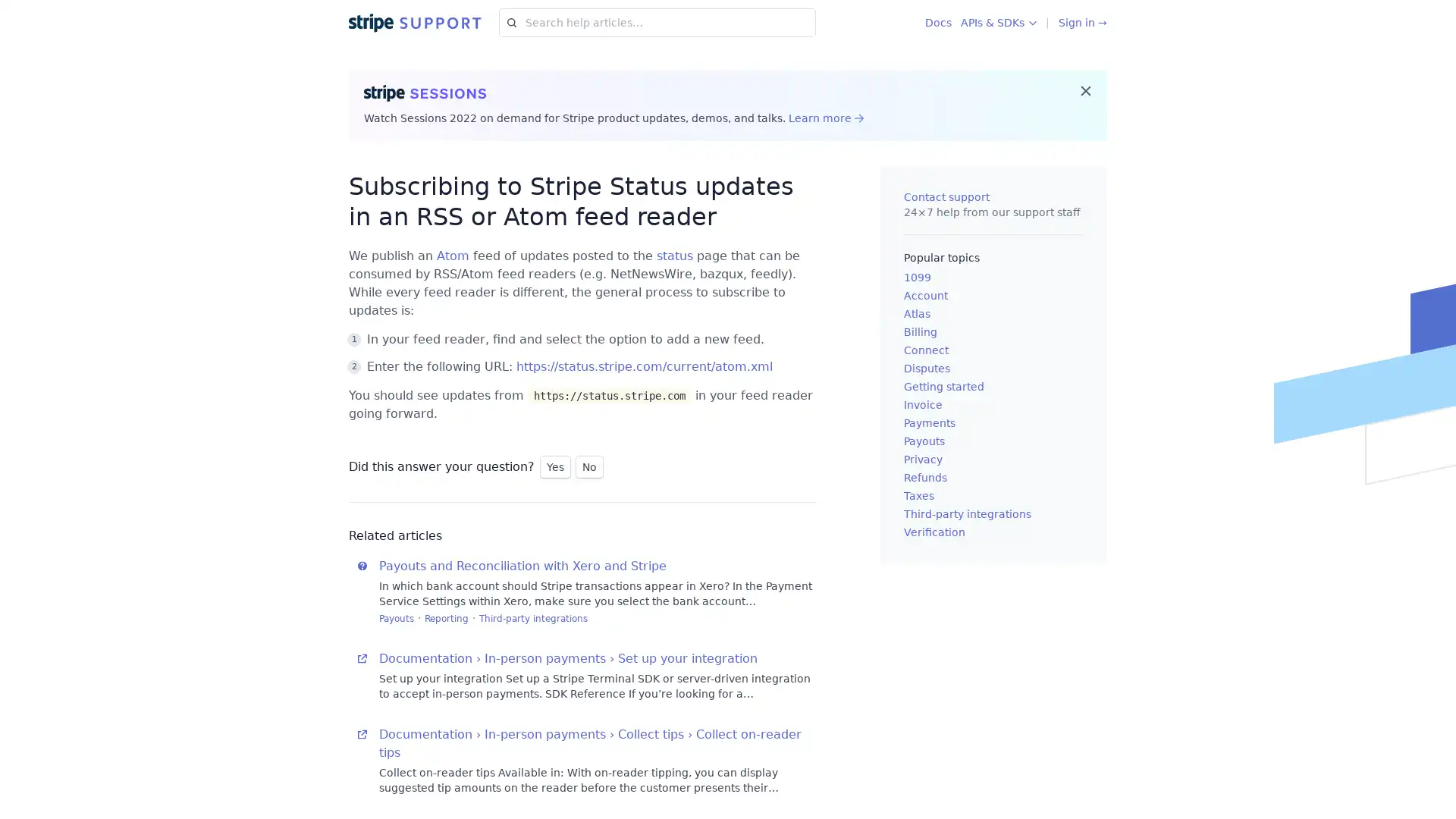  What do you see at coordinates (508, 23) in the screenshot?
I see `Search for` at bounding box center [508, 23].